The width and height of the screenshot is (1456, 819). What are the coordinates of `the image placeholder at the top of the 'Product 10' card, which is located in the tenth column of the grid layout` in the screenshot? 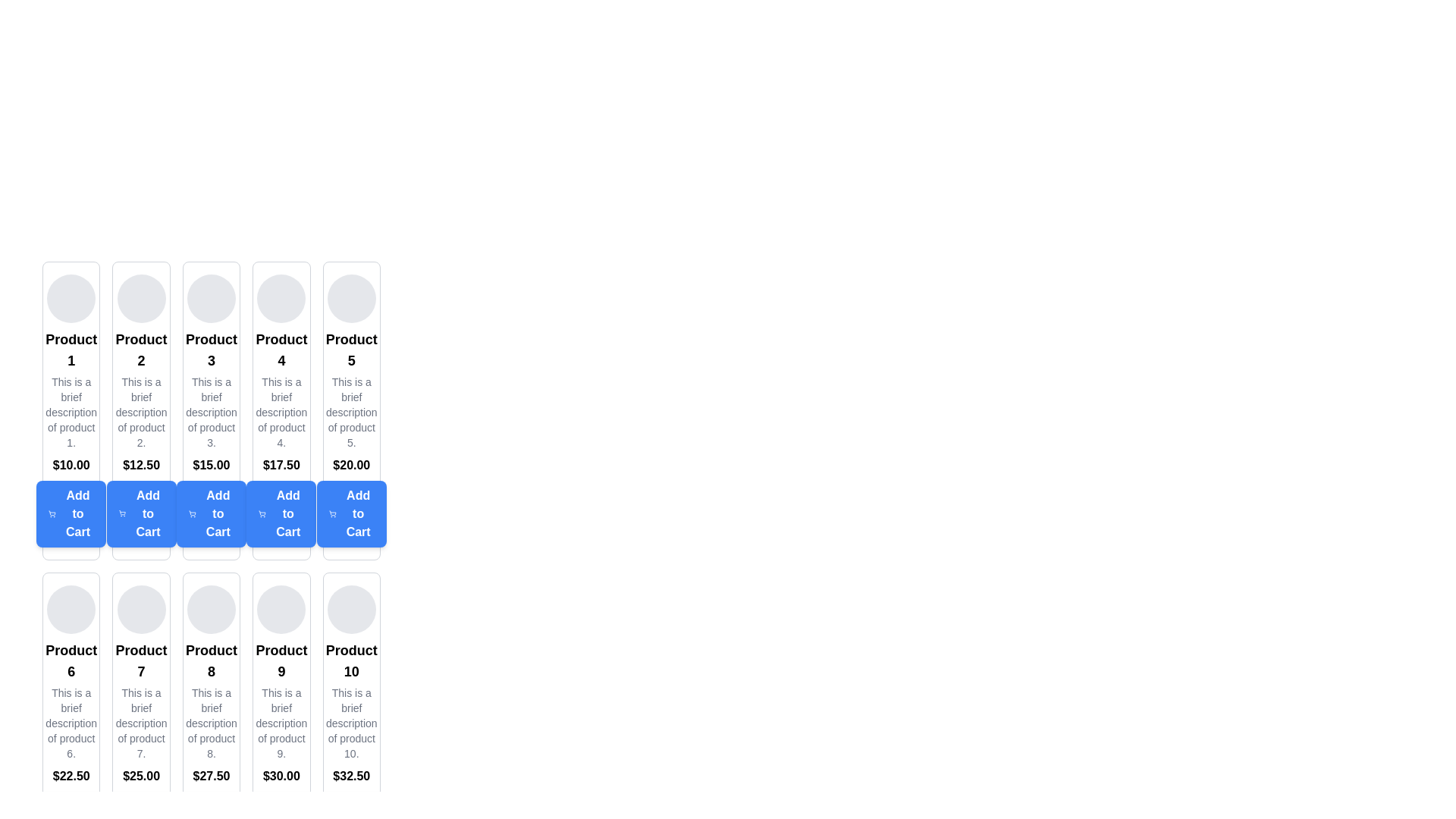 It's located at (350, 608).